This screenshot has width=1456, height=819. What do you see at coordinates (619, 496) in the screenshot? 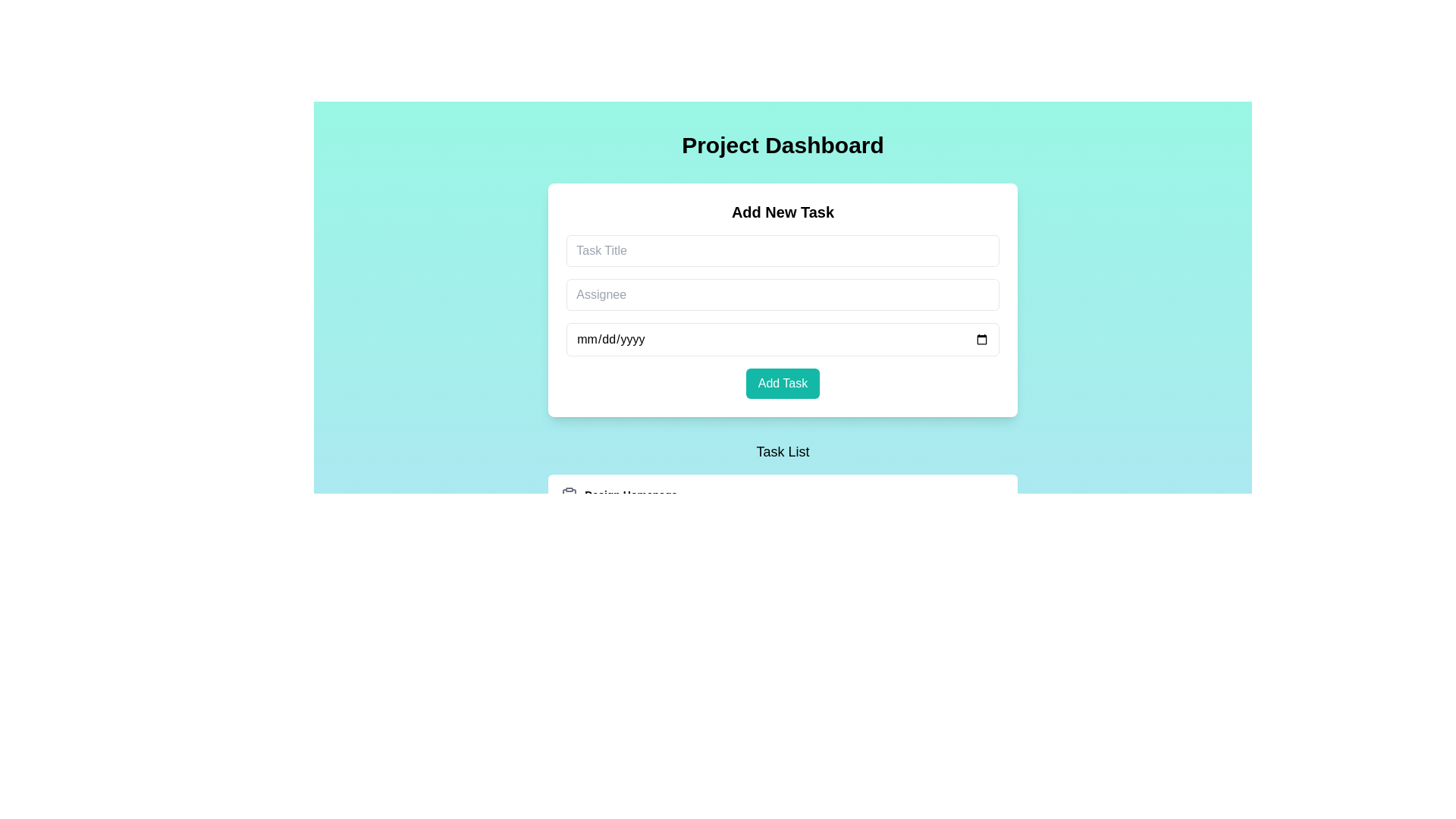
I see `title label of the task located at the uppermost position of the task card within the 'Task List' section` at bounding box center [619, 496].